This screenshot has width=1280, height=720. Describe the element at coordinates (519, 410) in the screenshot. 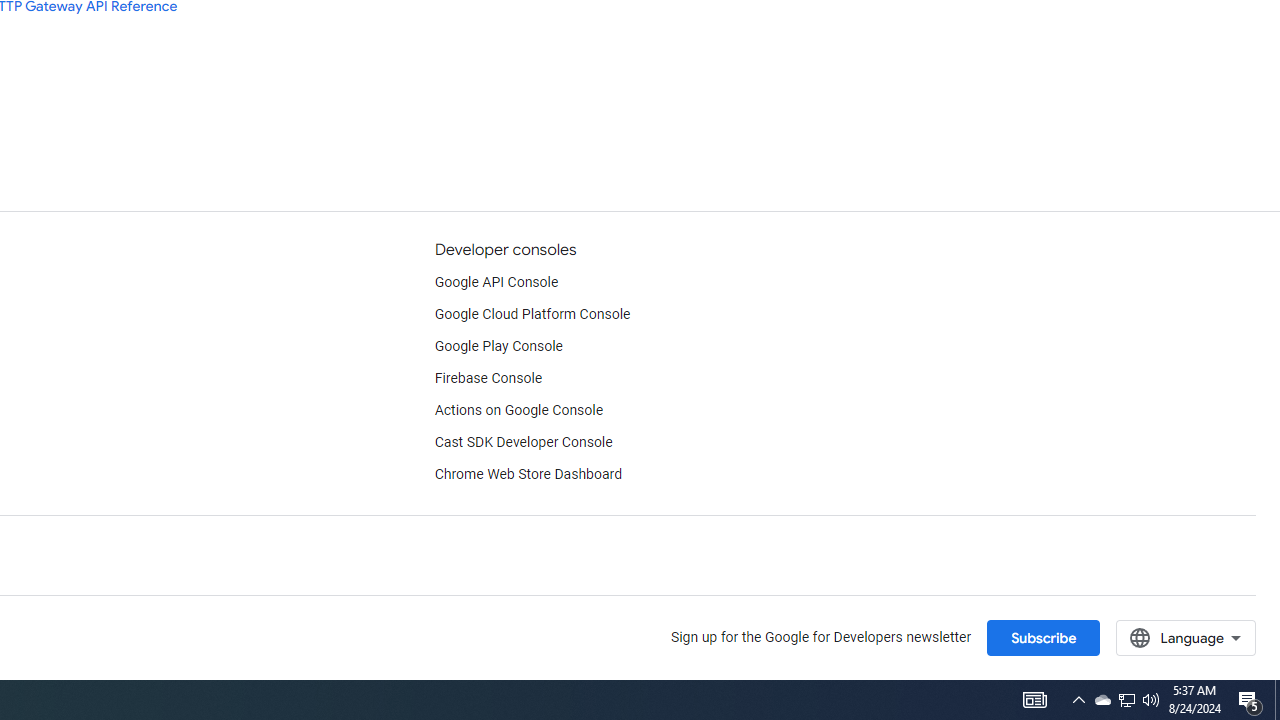

I see `'Actions on Google Console'` at that location.